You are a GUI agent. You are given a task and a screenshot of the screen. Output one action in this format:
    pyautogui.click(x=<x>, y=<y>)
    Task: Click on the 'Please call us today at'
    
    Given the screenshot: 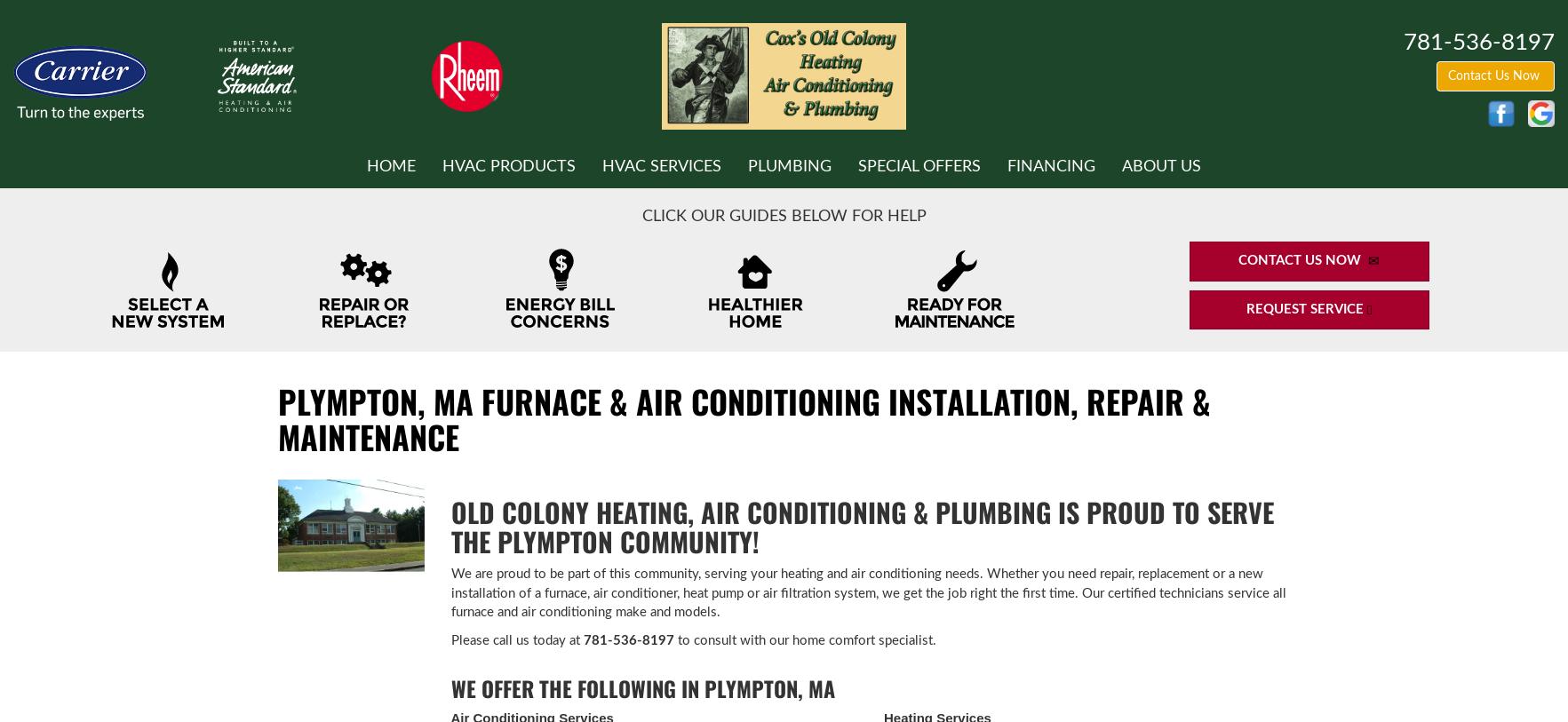 What is the action you would take?
    pyautogui.click(x=515, y=639)
    